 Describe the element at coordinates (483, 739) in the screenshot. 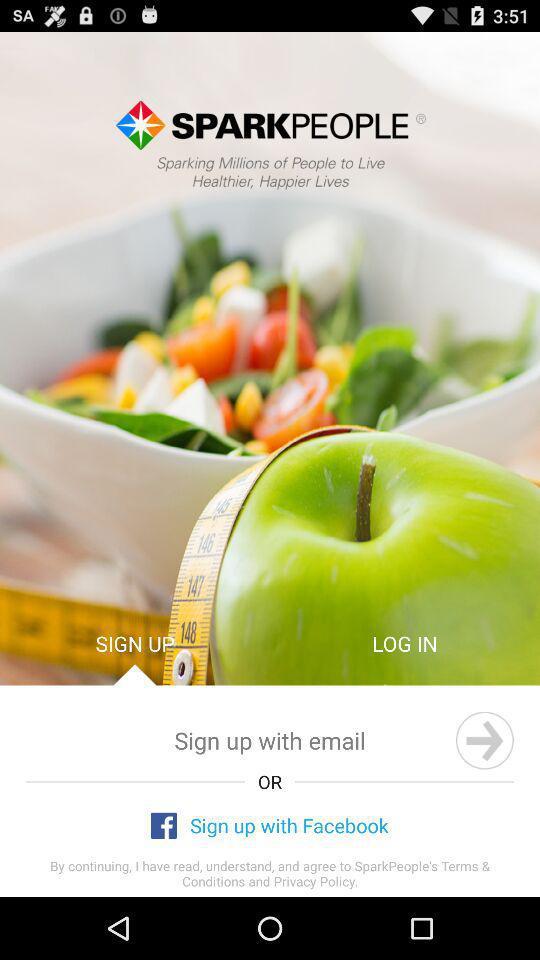

I see `this button in next page` at that location.